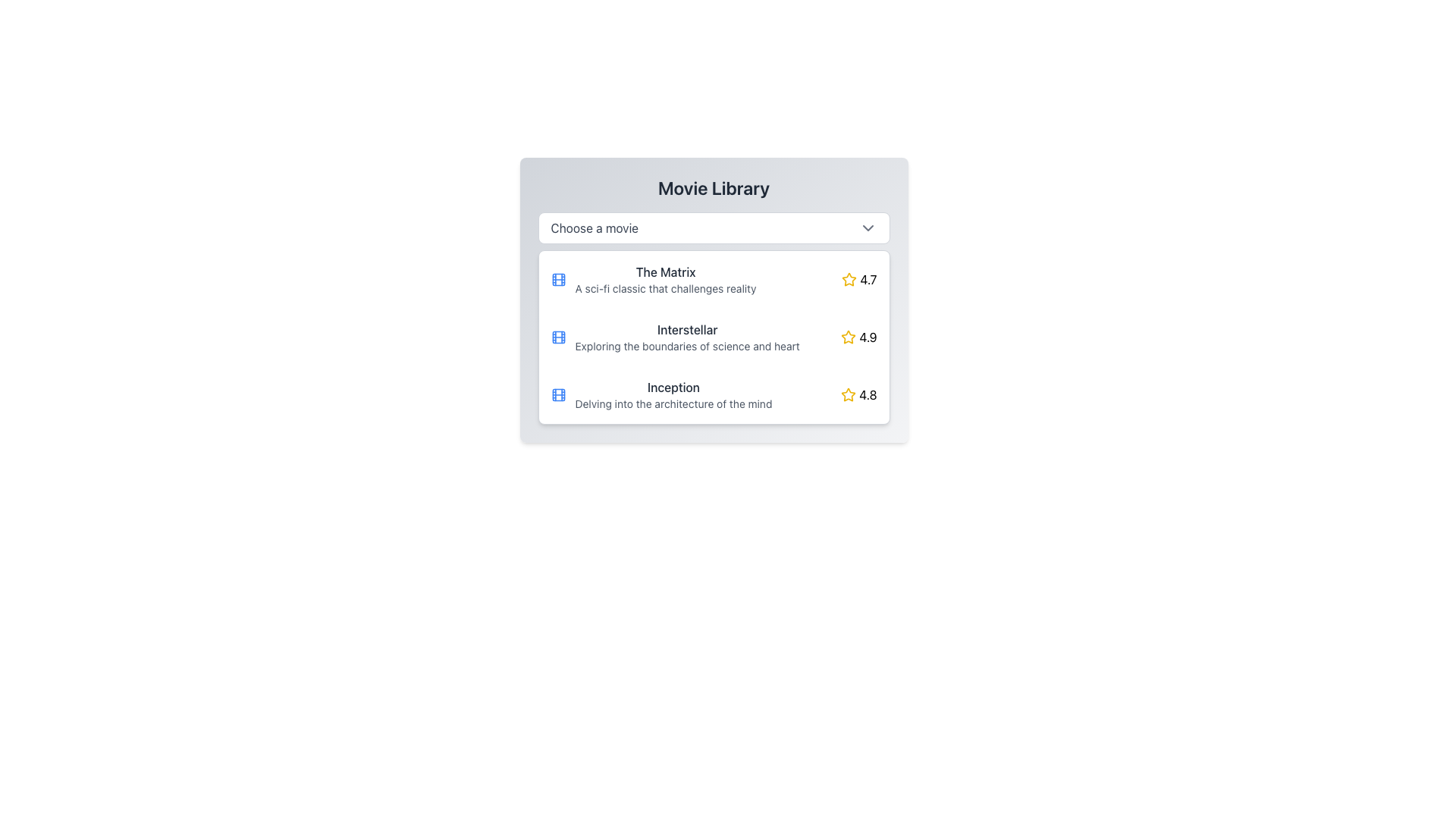 This screenshot has height=819, width=1456. Describe the element at coordinates (695, 394) in the screenshot. I see `the text label representing the movie 'Inception' in the Movie Library` at that location.